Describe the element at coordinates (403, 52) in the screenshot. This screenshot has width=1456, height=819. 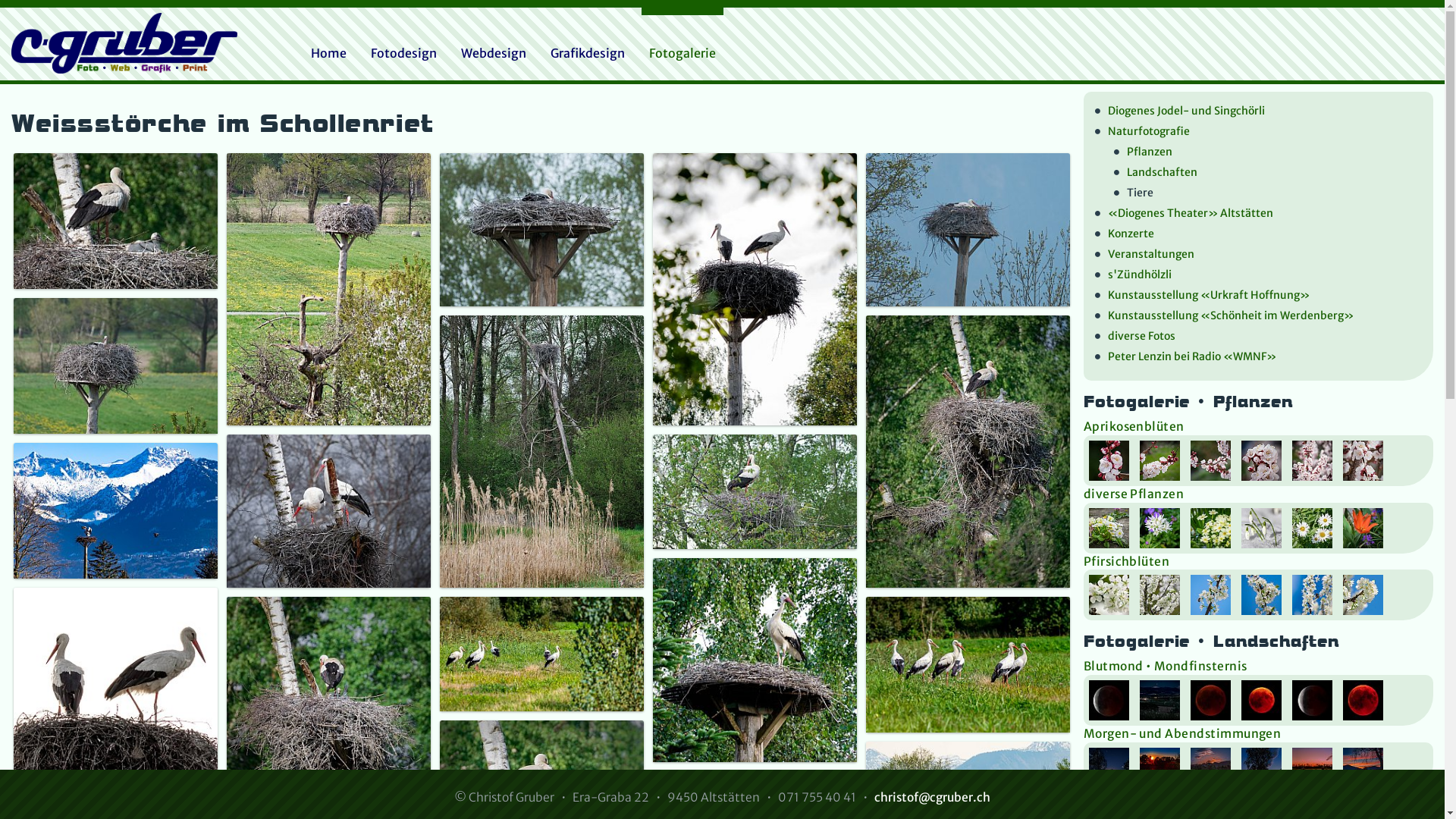
I see `'Fotodesign'` at that location.